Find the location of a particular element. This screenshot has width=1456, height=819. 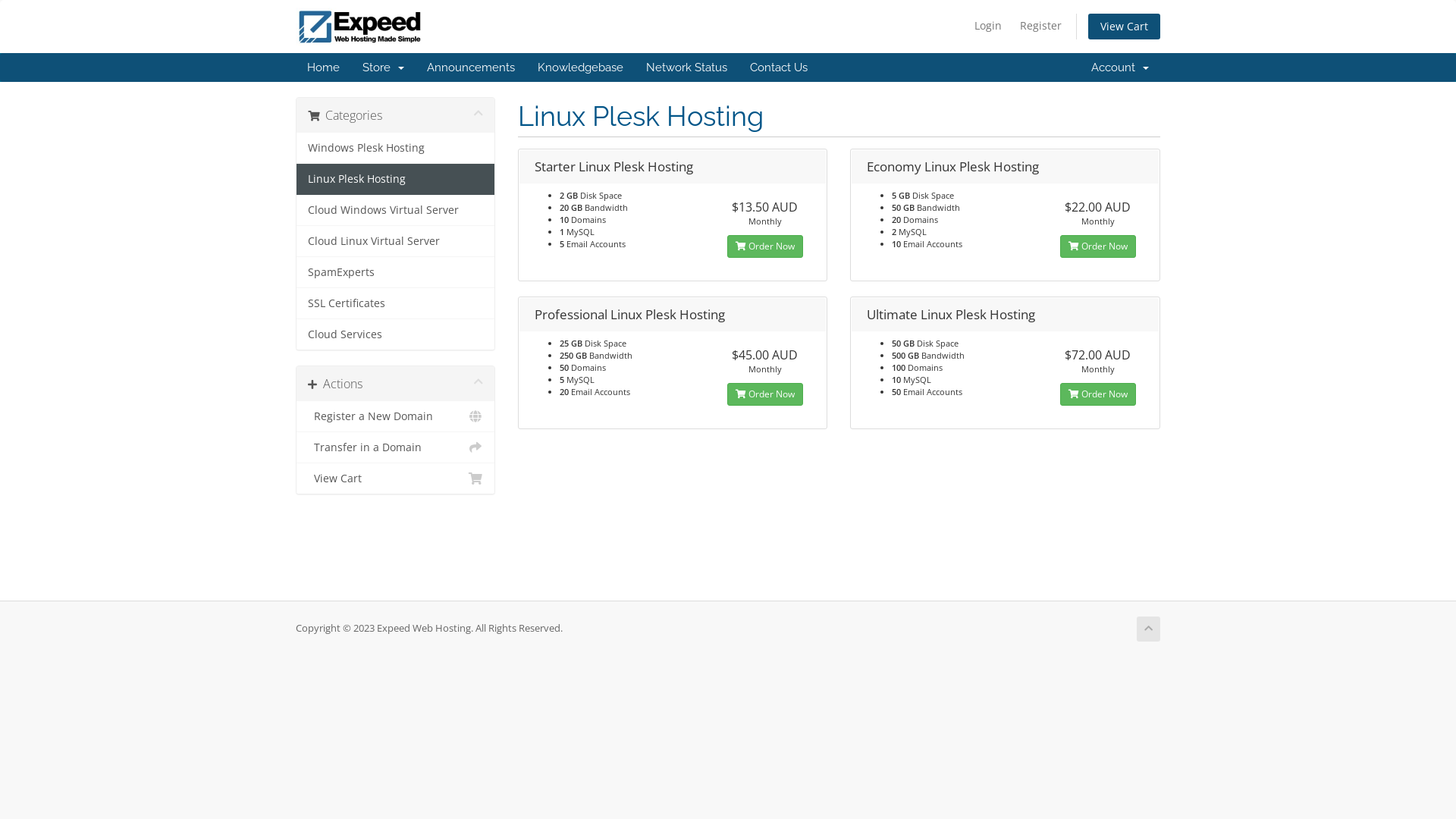

'Order Now' is located at coordinates (1098, 394).